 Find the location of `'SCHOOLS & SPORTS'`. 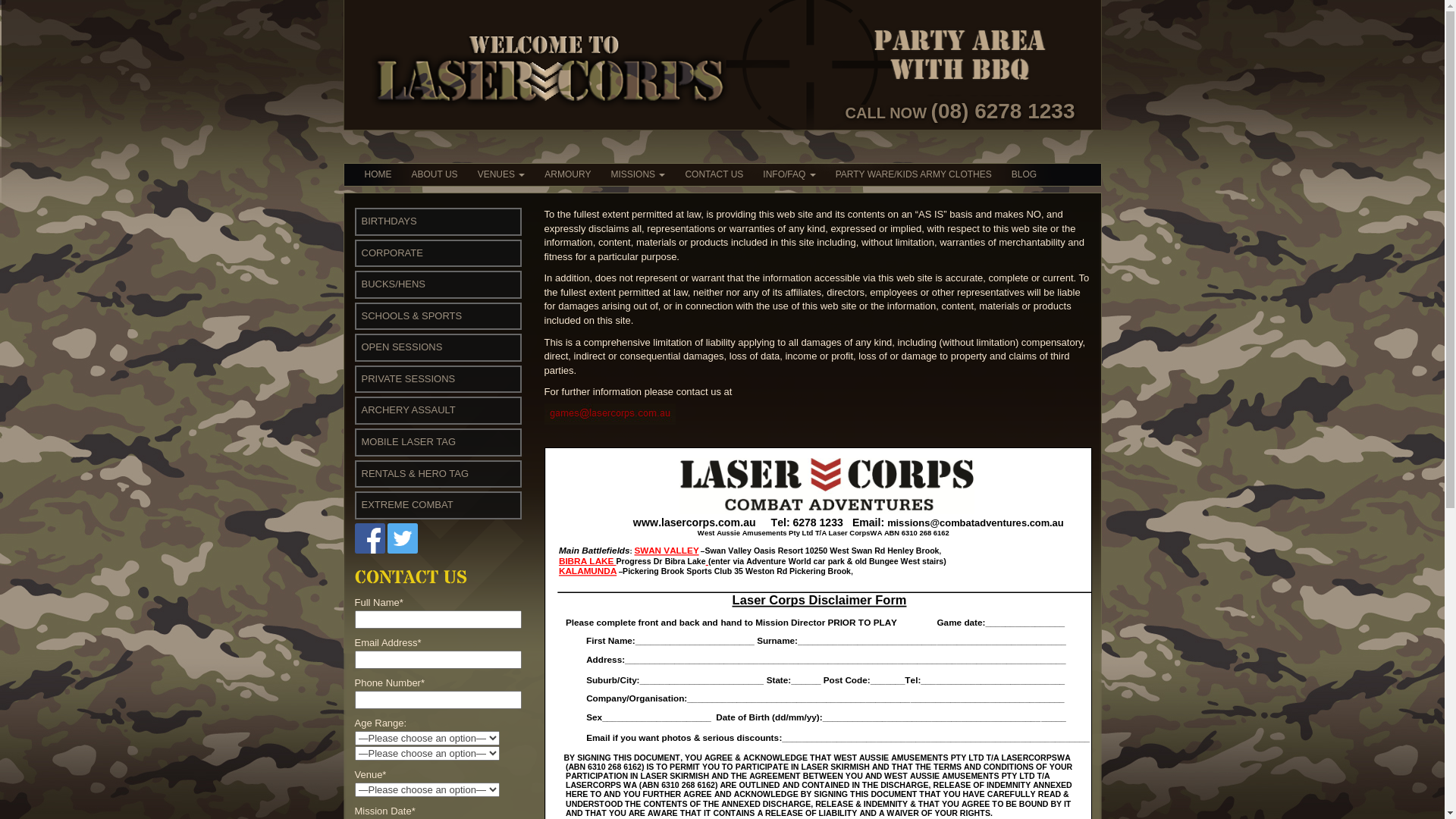

'SCHOOLS & SPORTS' is located at coordinates (411, 315).